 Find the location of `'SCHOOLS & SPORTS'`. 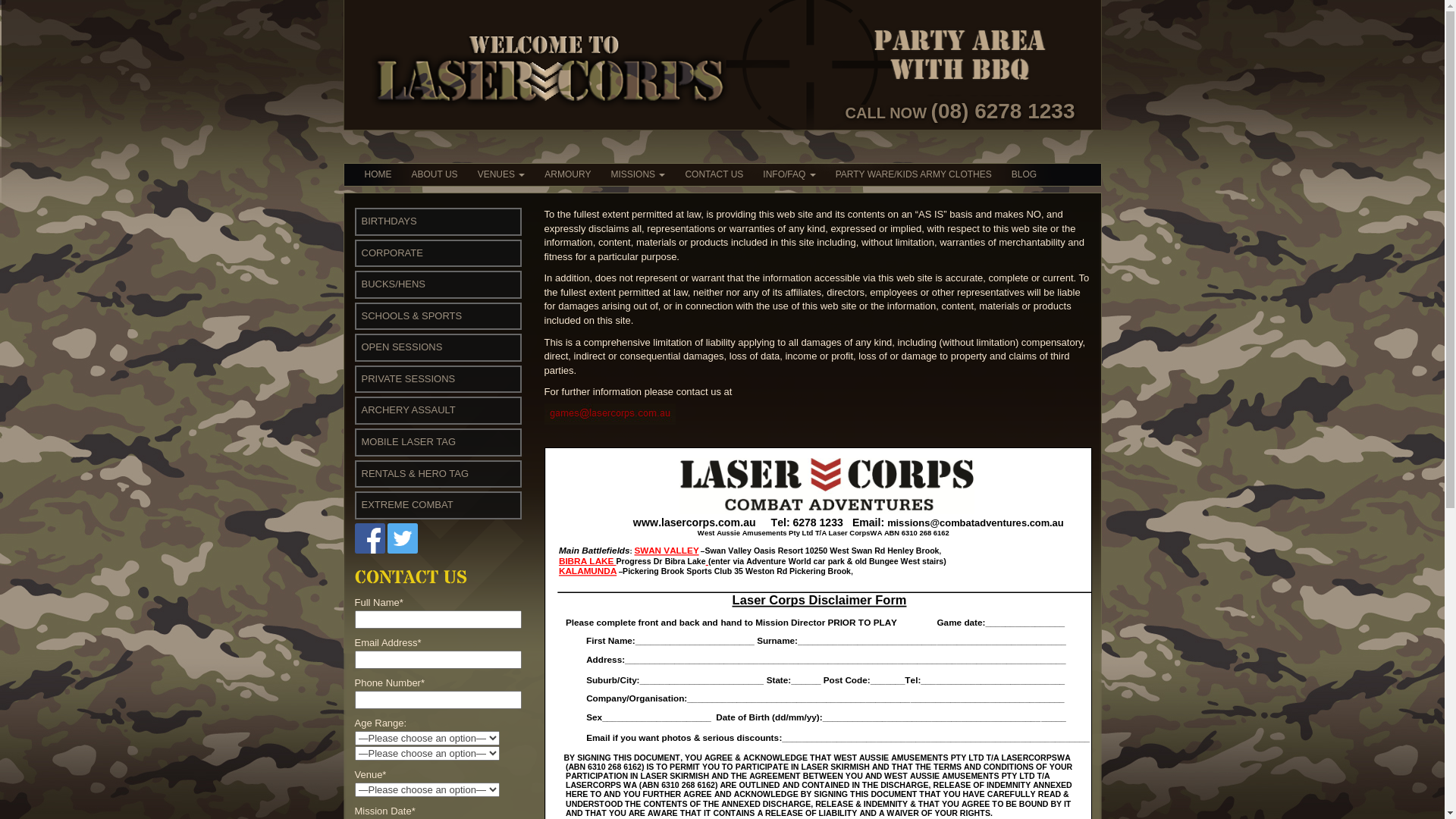

'SCHOOLS & SPORTS' is located at coordinates (411, 315).